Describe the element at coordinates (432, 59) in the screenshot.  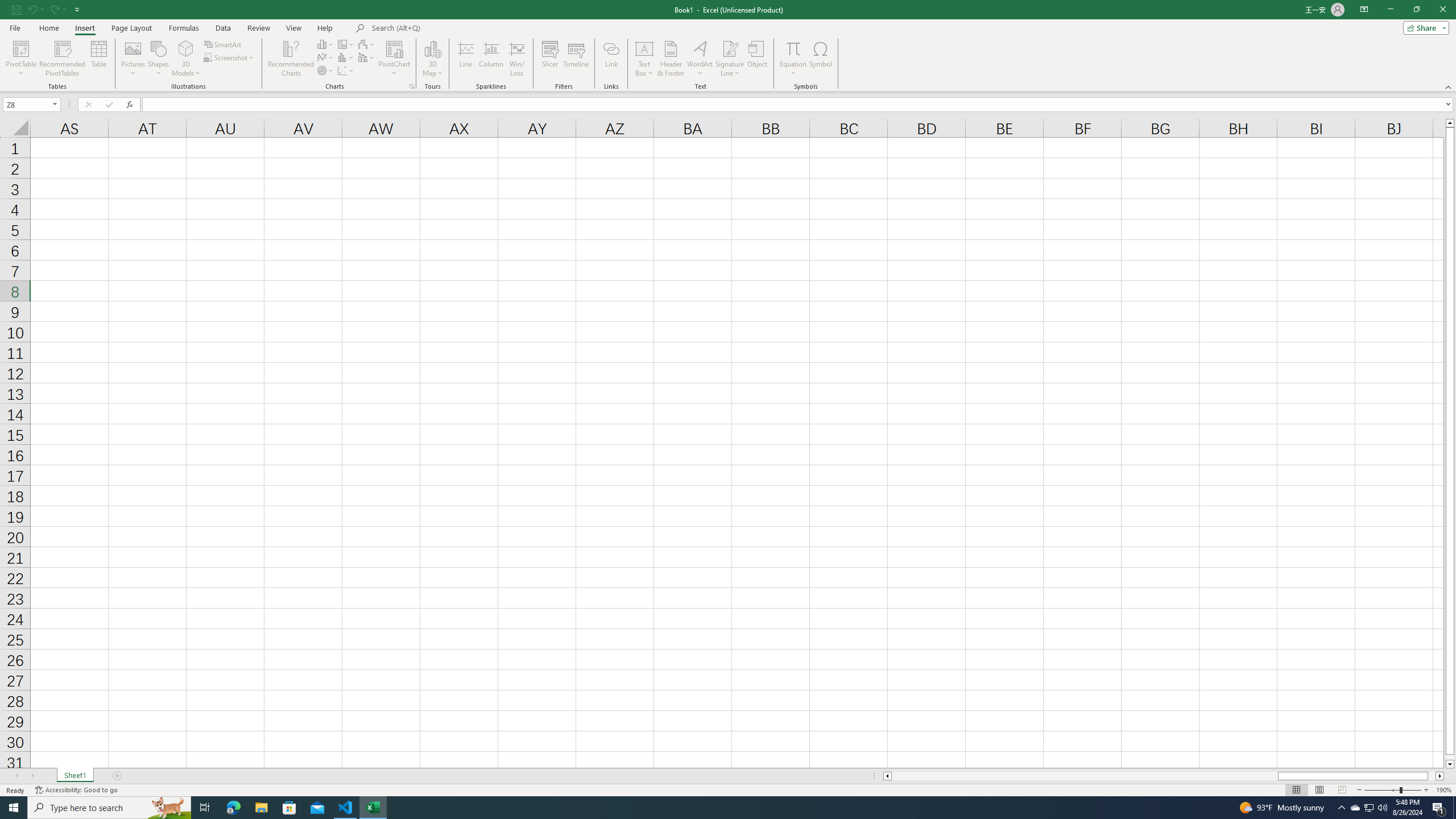
I see `'3D Map'` at that location.